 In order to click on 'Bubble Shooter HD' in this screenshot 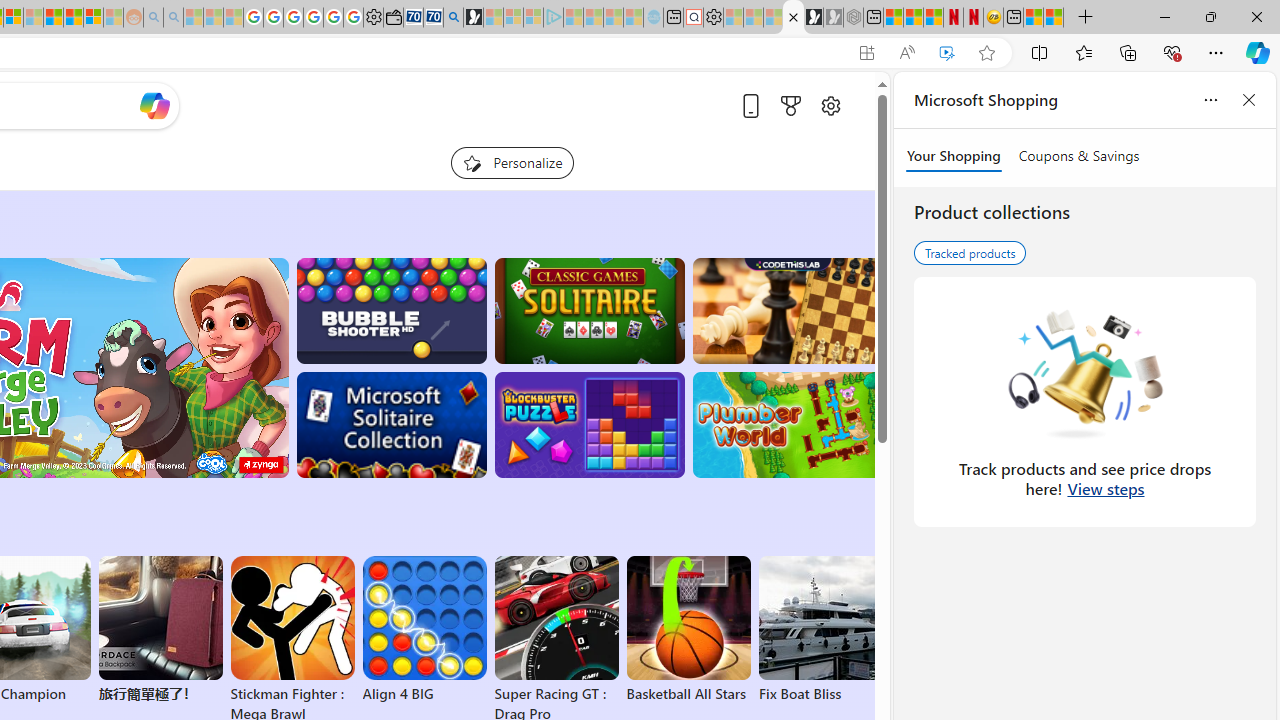, I will do `click(391, 311)`.